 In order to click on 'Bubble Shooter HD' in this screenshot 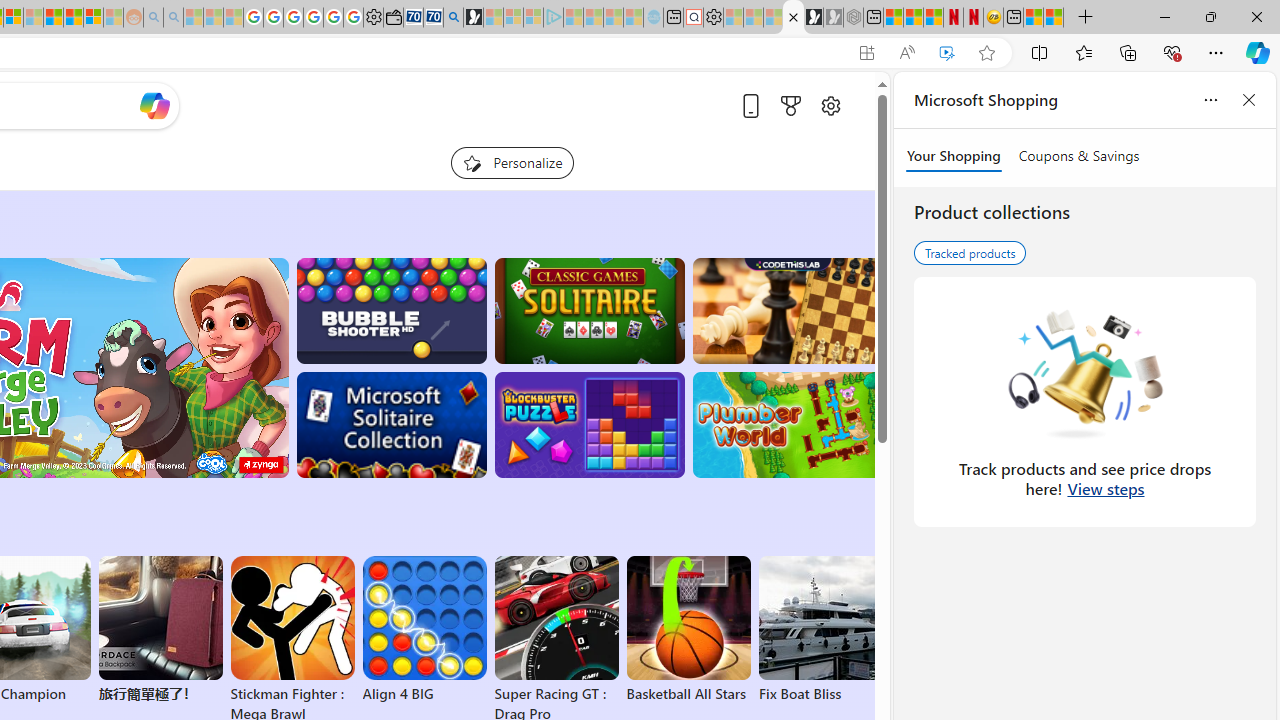, I will do `click(391, 311)`.